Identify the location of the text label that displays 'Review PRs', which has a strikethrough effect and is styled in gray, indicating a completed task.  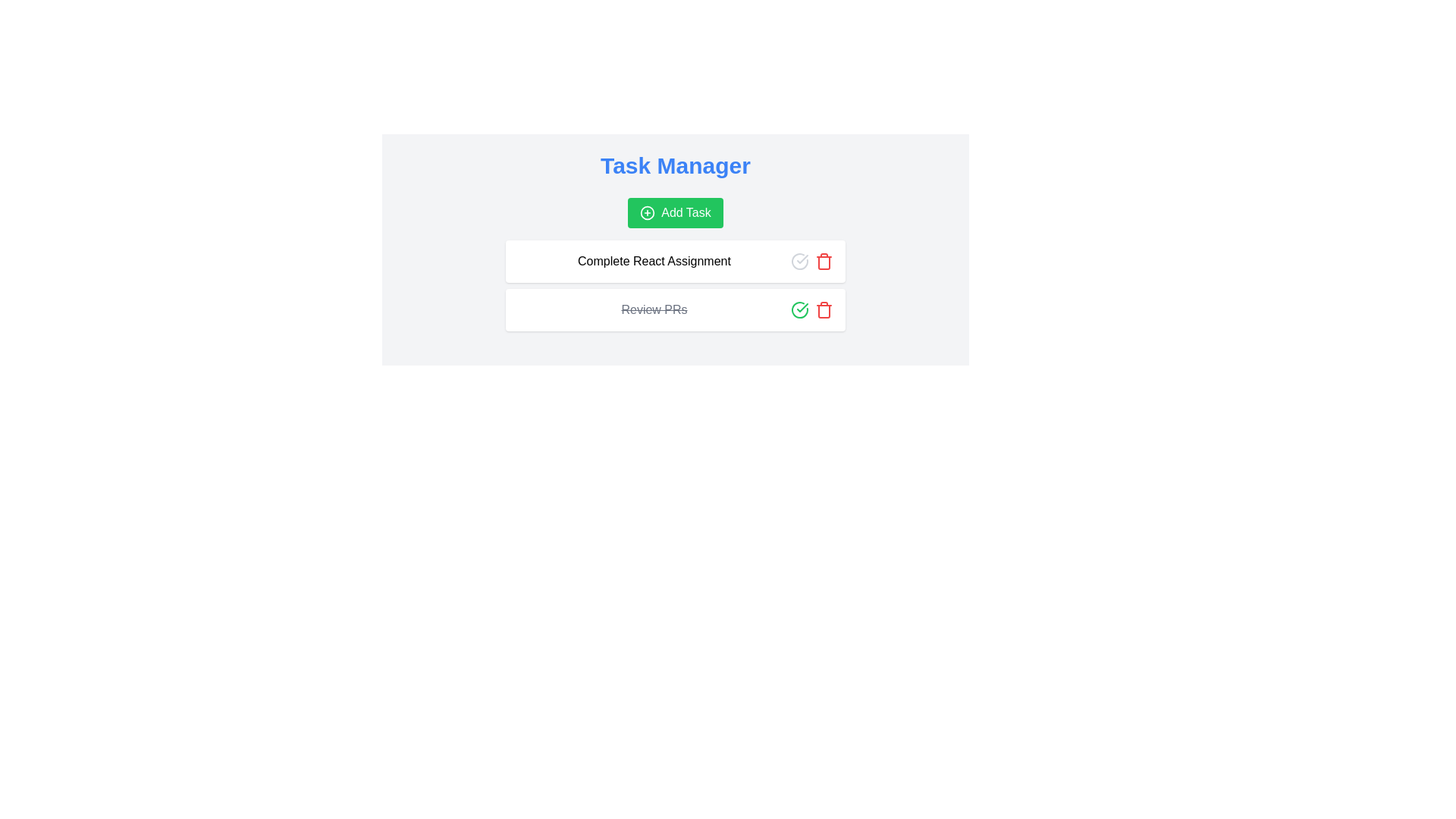
(654, 309).